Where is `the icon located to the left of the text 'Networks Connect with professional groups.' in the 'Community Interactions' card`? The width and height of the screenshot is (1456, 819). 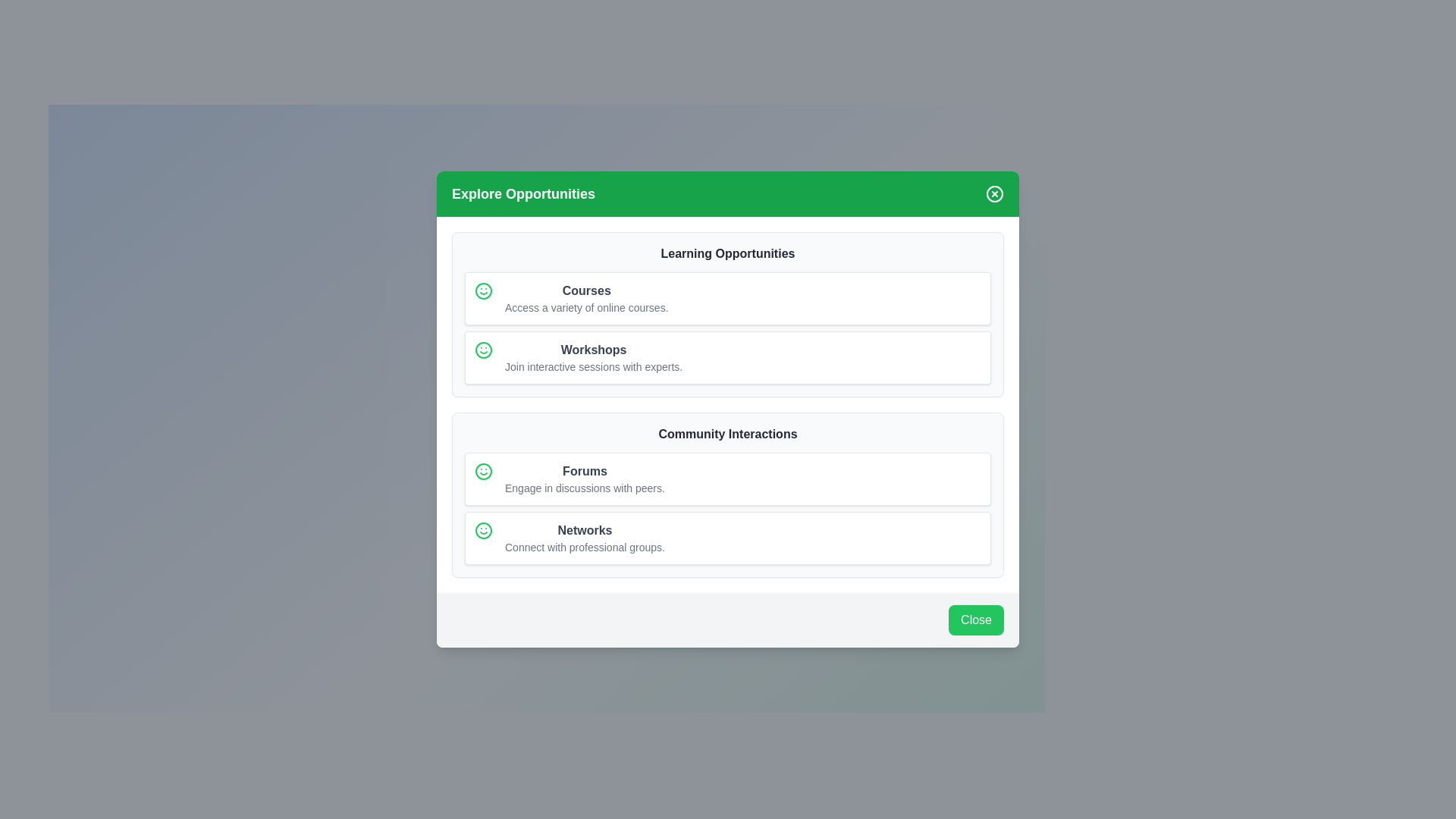 the icon located to the left of the text 'Networks Connect with professional groups.' in the 'Community Interactions' card is located at coordinates (483, 529).